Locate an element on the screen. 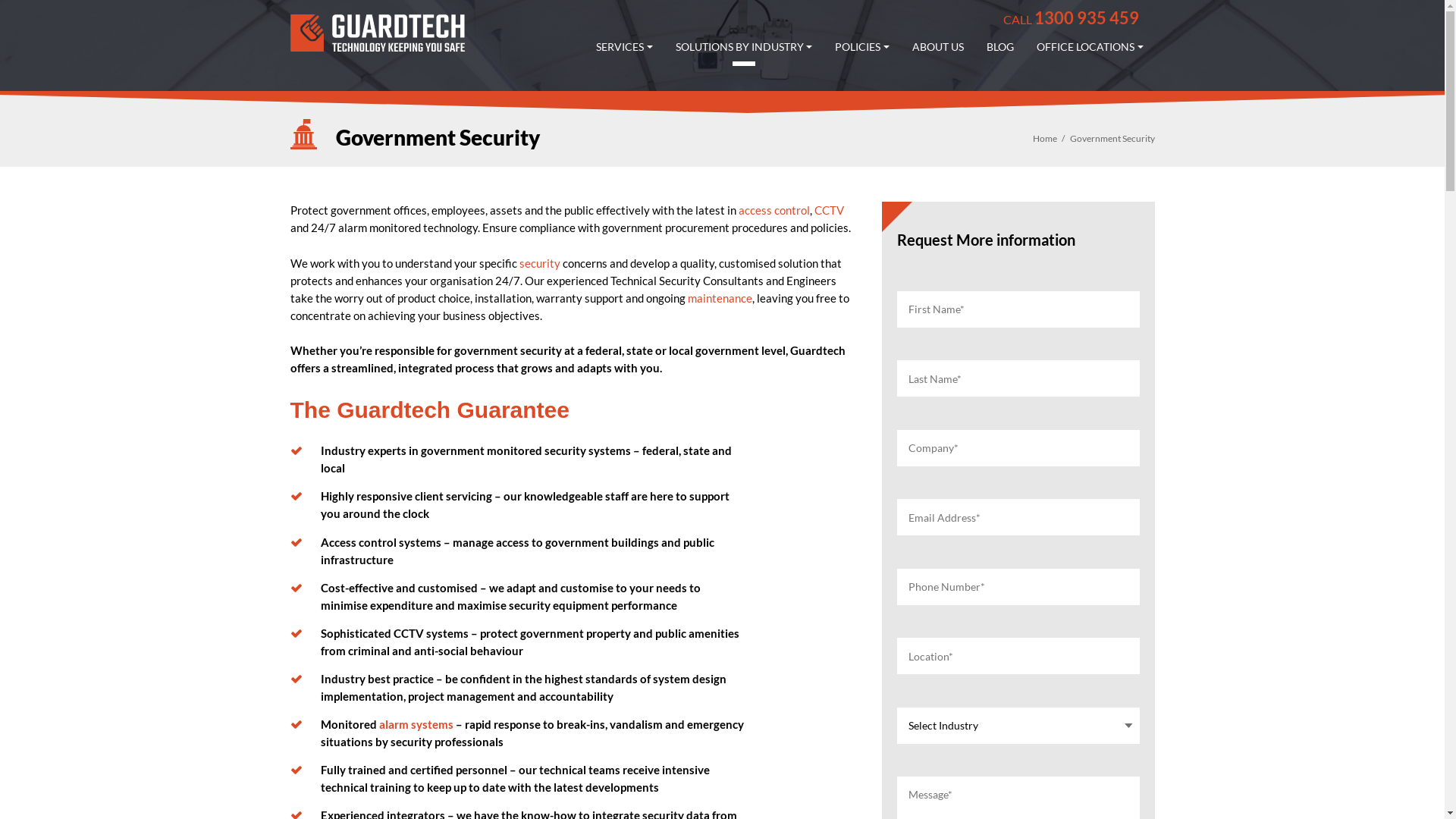 The image size is (1456, 819). 'ABOUT US' is located at coordinates (937, 45).